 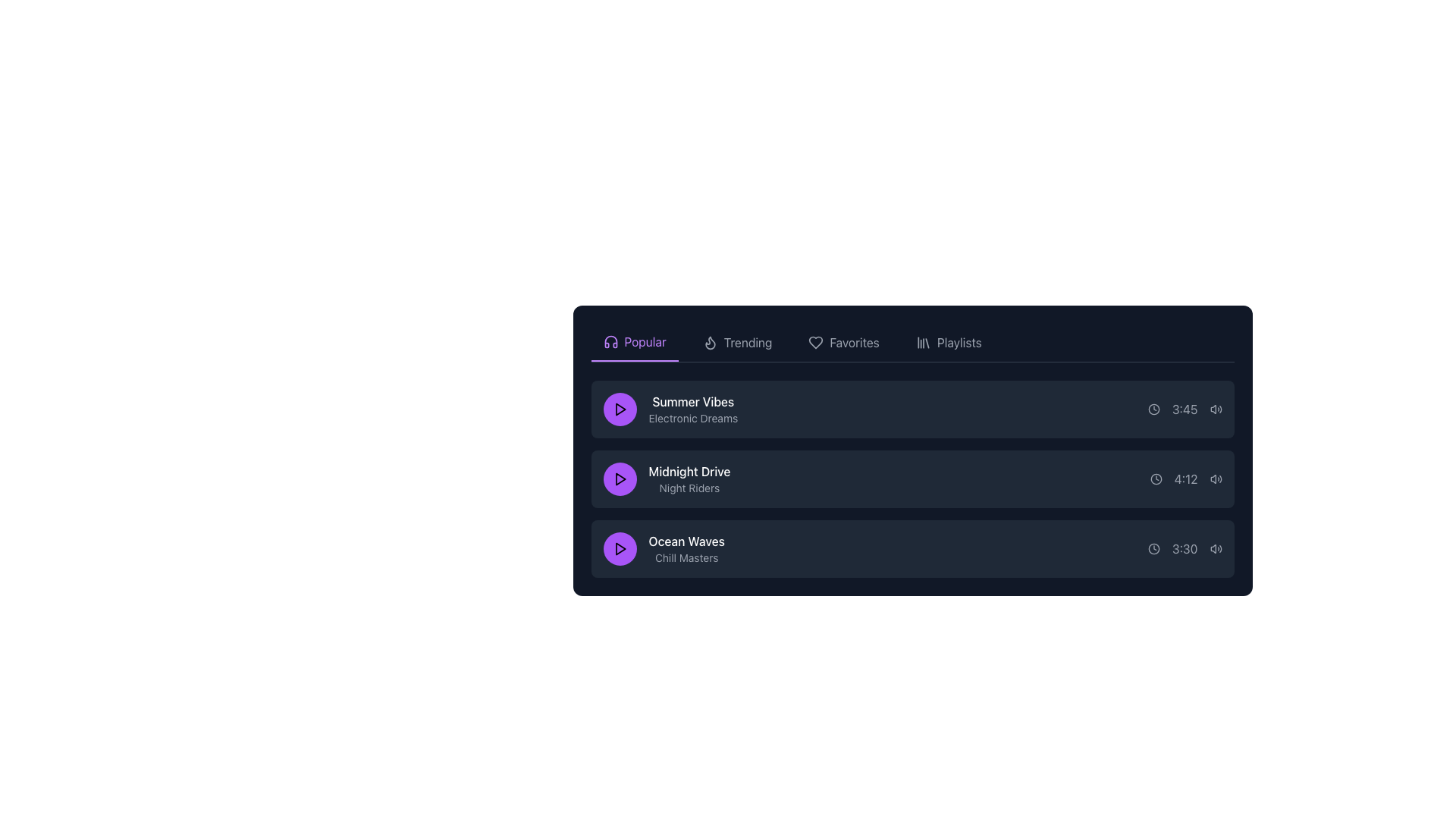 I want to click on the text block that displays 'Summer Vibes' in white bold text and 'Electronic Dreams' in smaller gray text, located to the right of the circular play button, so click(x=692, y=409).